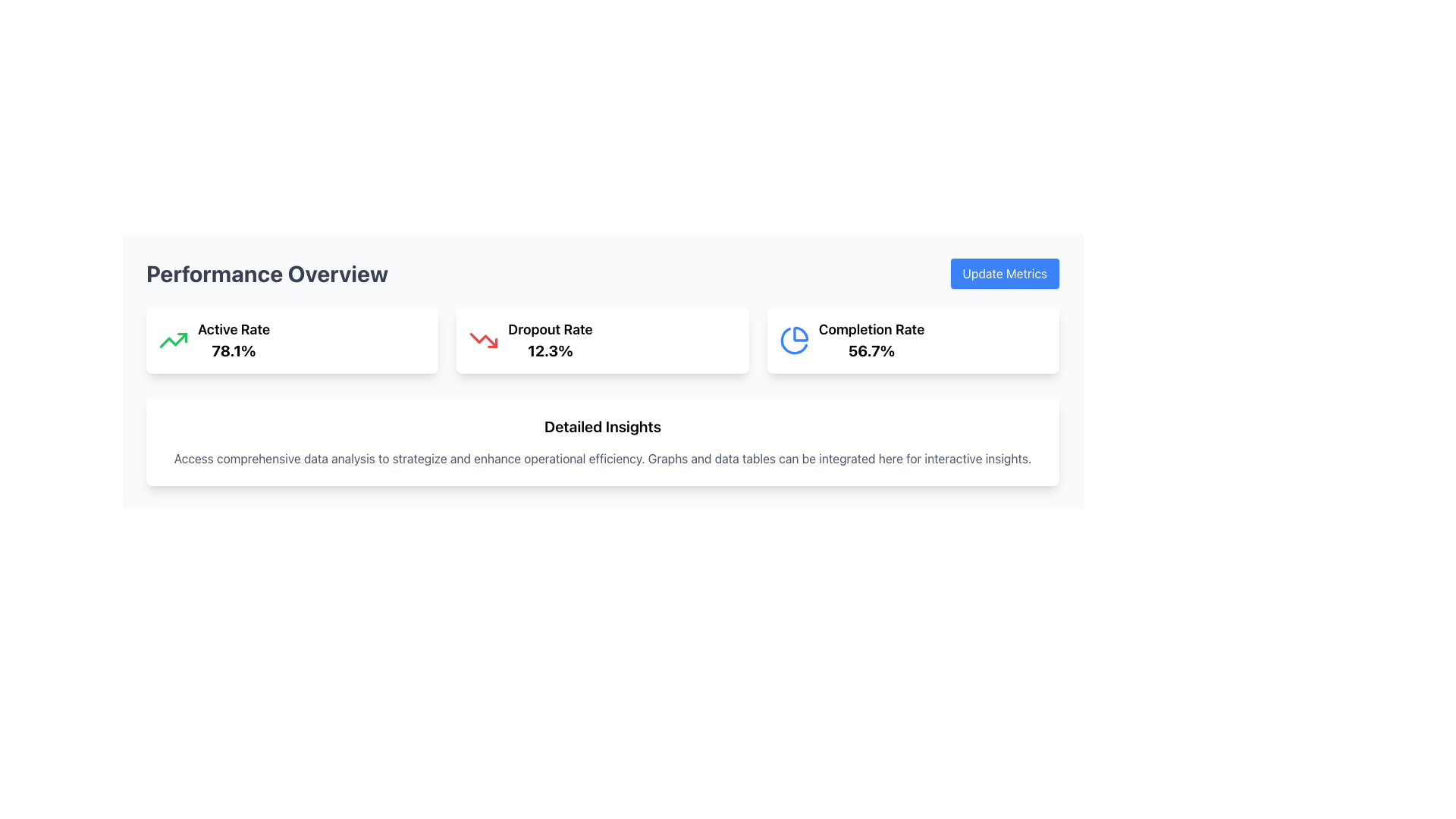  What do you see at coordinates (852, 339) in the screenshot?
I see `the 'Completion Rate' information display card located at the rightmost position under the 'Performance Overview' heading if it is interactive` at bounding box center [852, 339].